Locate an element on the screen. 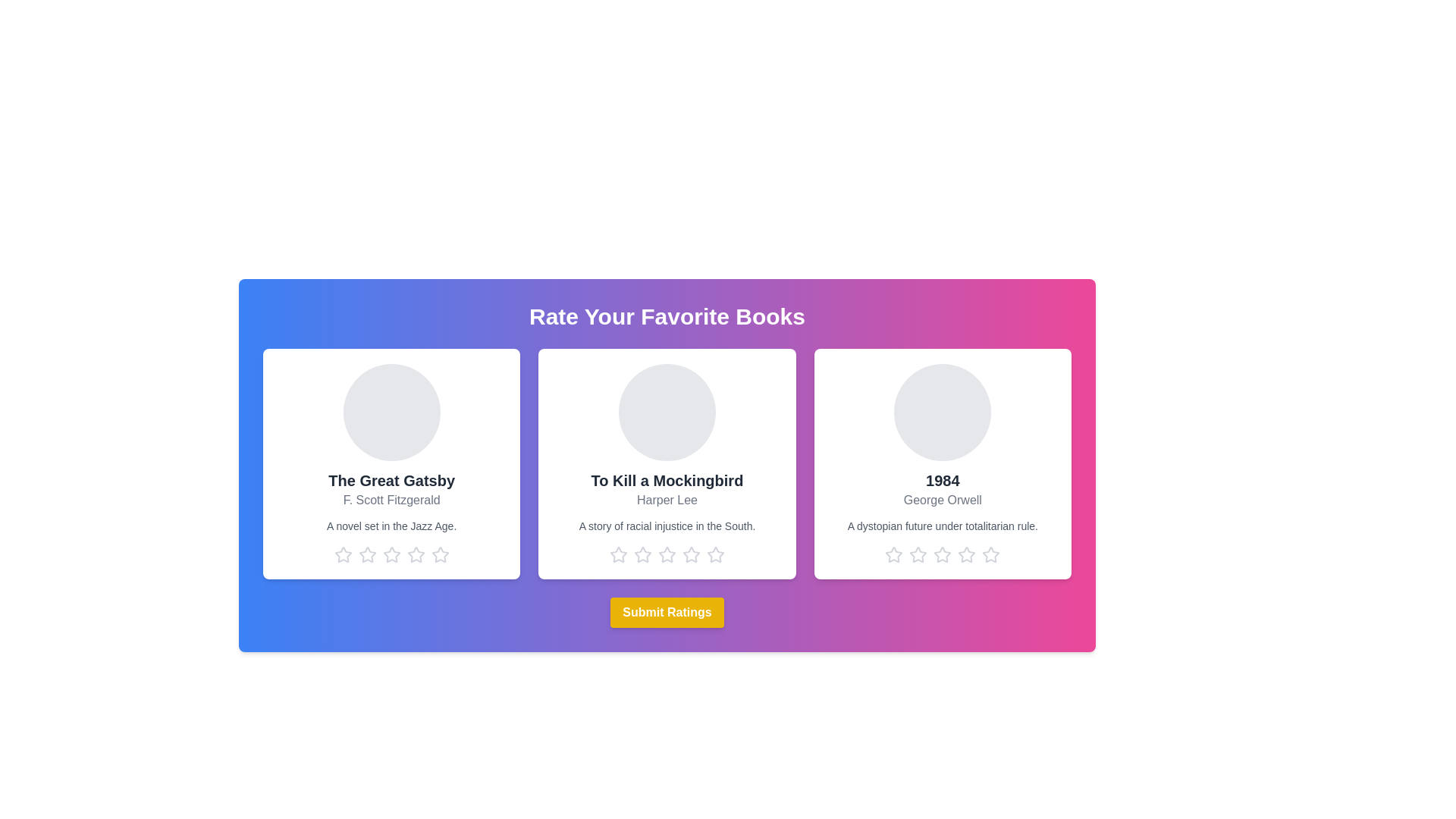  the star corresponding to 3 stars for the book titled 1984 is located at coordinates (942, 555).